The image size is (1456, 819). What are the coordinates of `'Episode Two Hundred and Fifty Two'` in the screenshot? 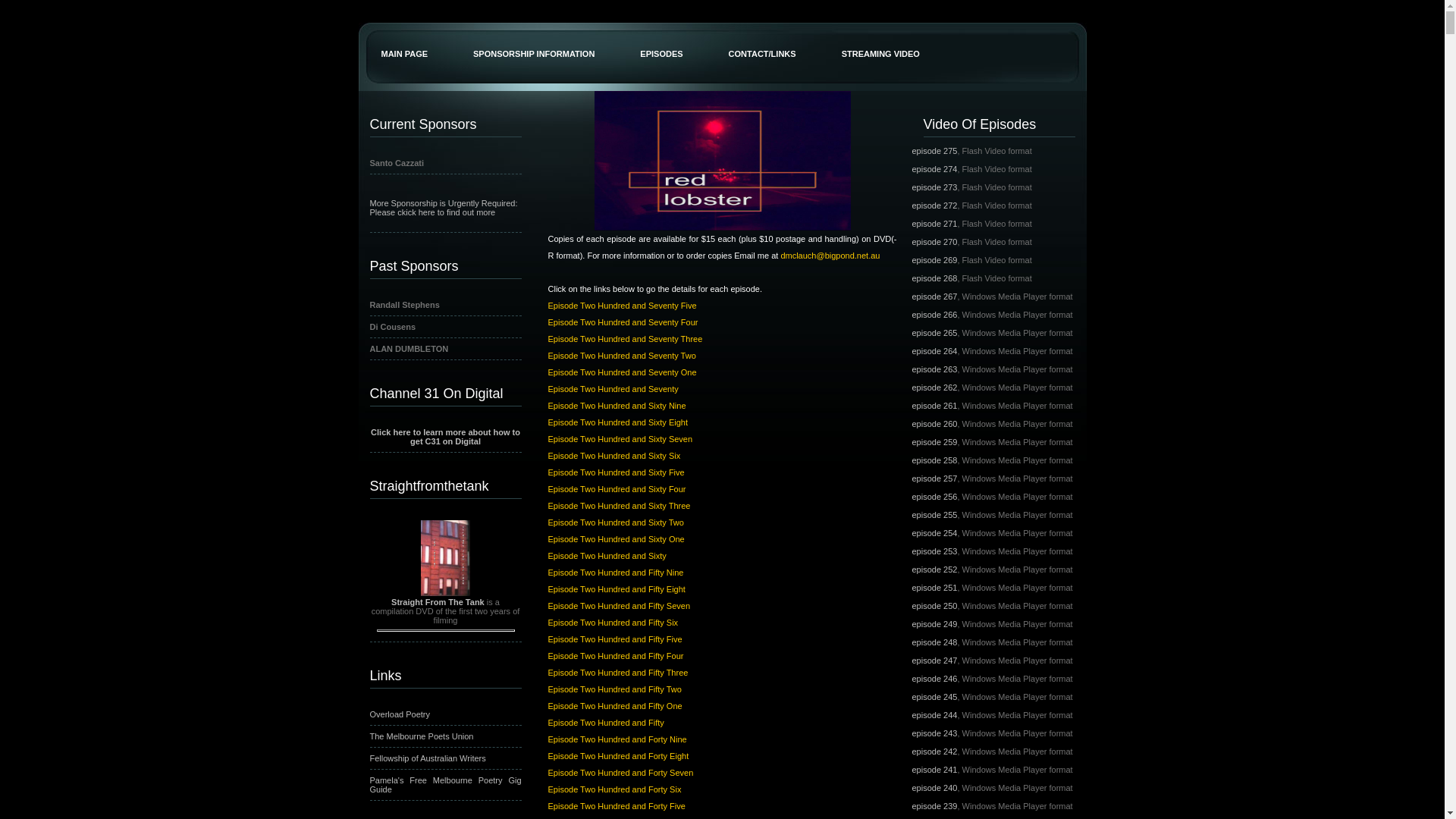 It's located at (614, 689).